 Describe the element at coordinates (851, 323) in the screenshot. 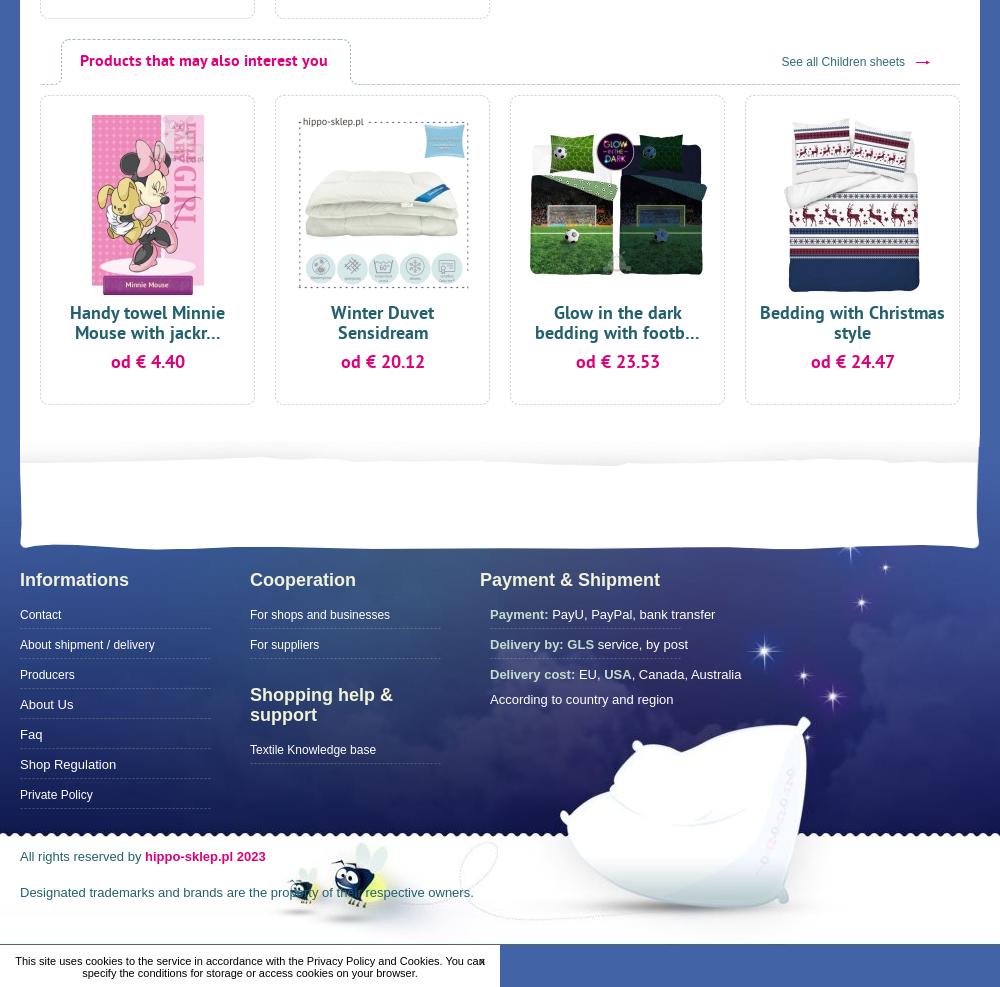

I see `'Bedding with Christmas style'` at that location.